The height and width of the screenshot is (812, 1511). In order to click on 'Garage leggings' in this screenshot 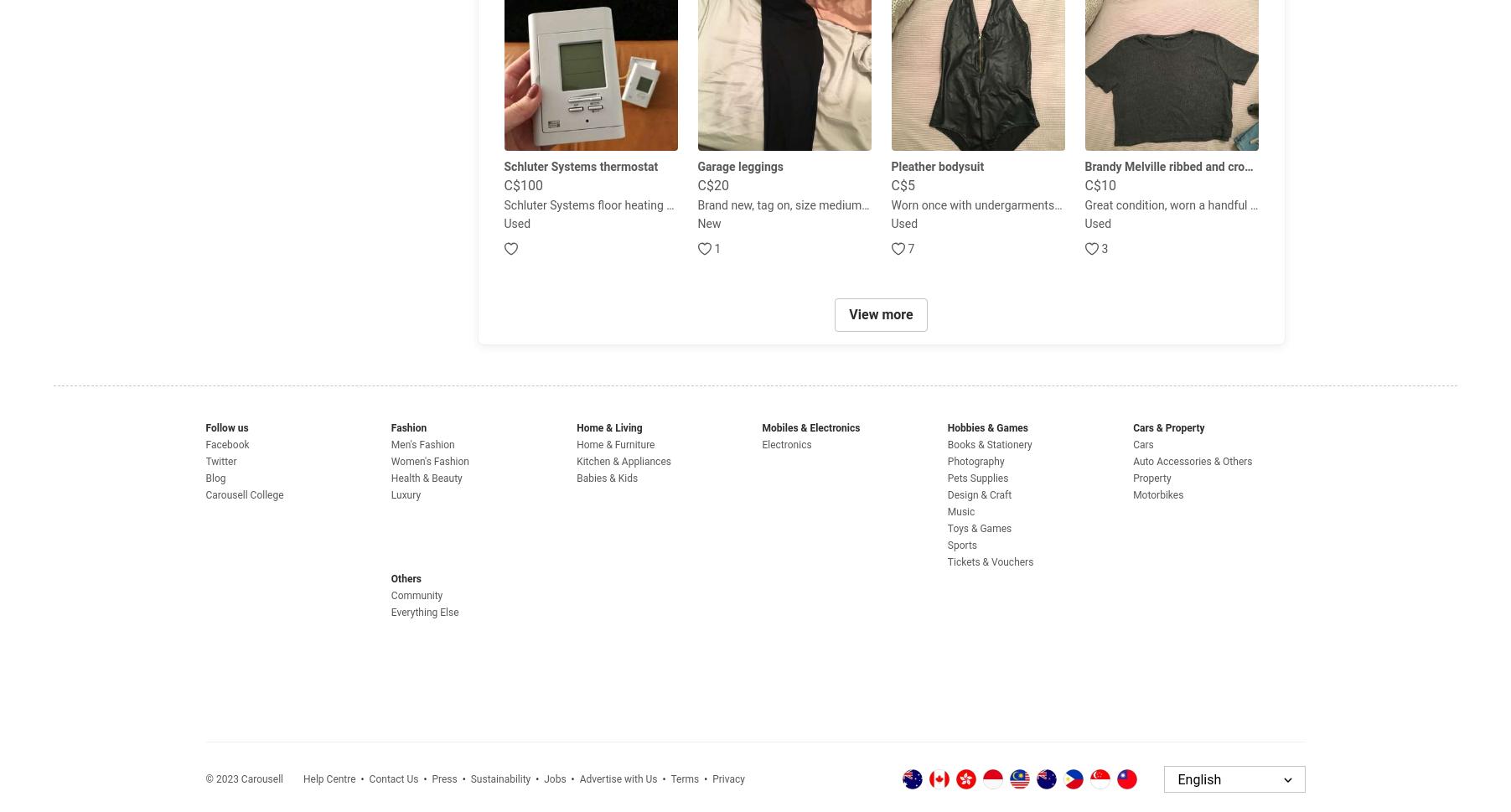, I will do `click(739, 167)`.